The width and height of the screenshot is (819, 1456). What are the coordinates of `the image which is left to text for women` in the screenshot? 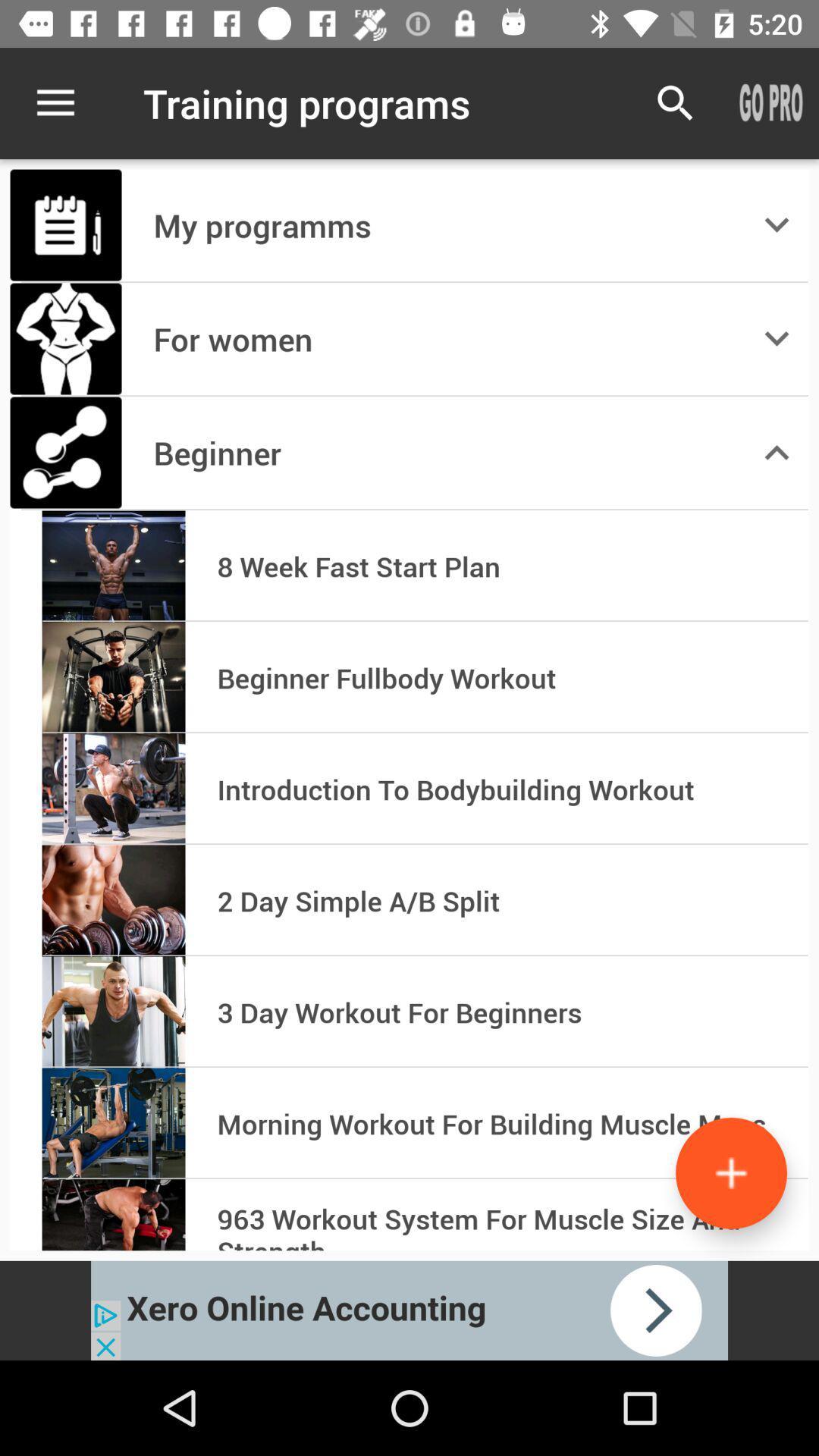 It's located at (65, 338).